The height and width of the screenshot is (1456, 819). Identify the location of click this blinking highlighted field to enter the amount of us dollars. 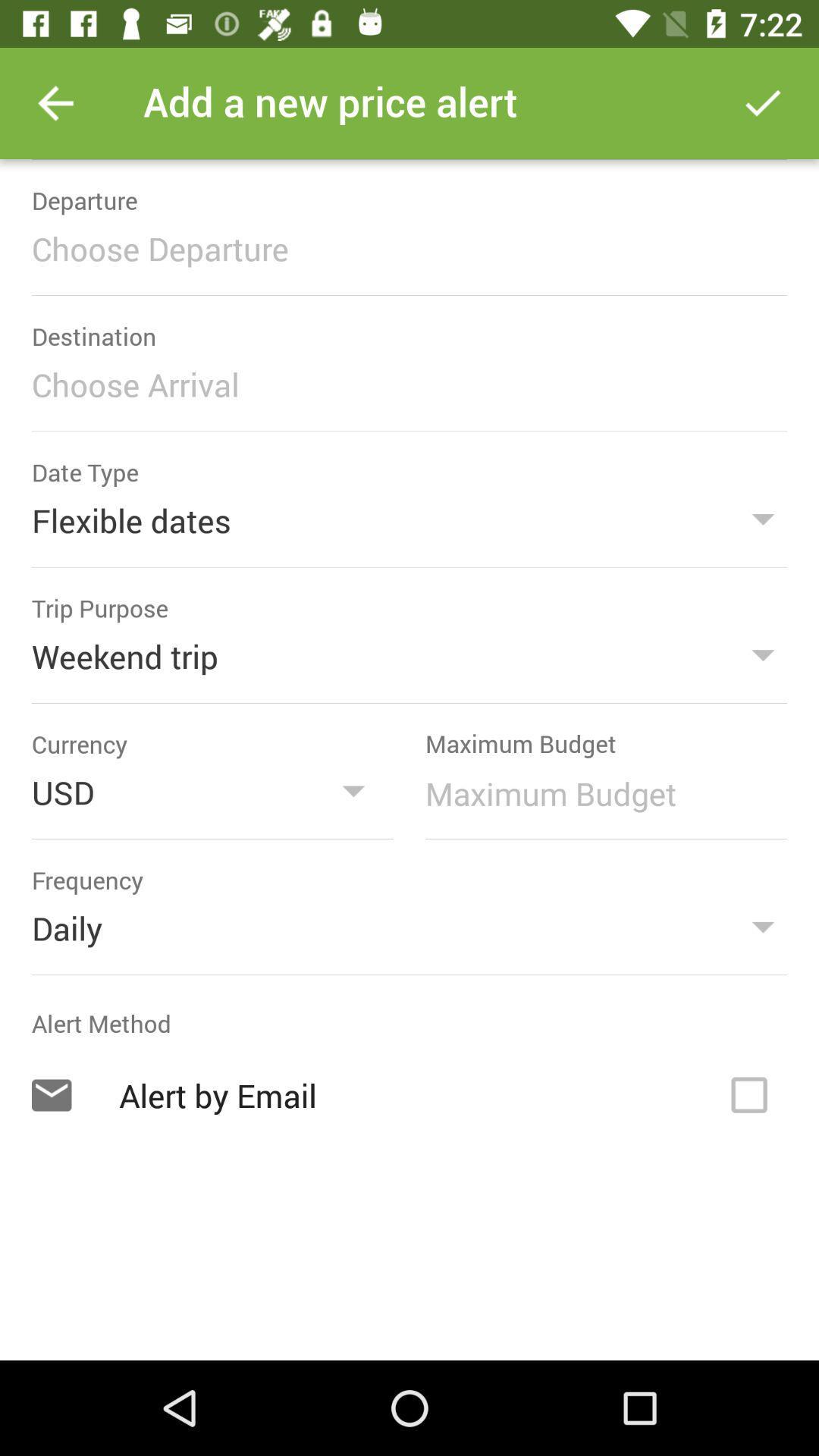
(598, 792).